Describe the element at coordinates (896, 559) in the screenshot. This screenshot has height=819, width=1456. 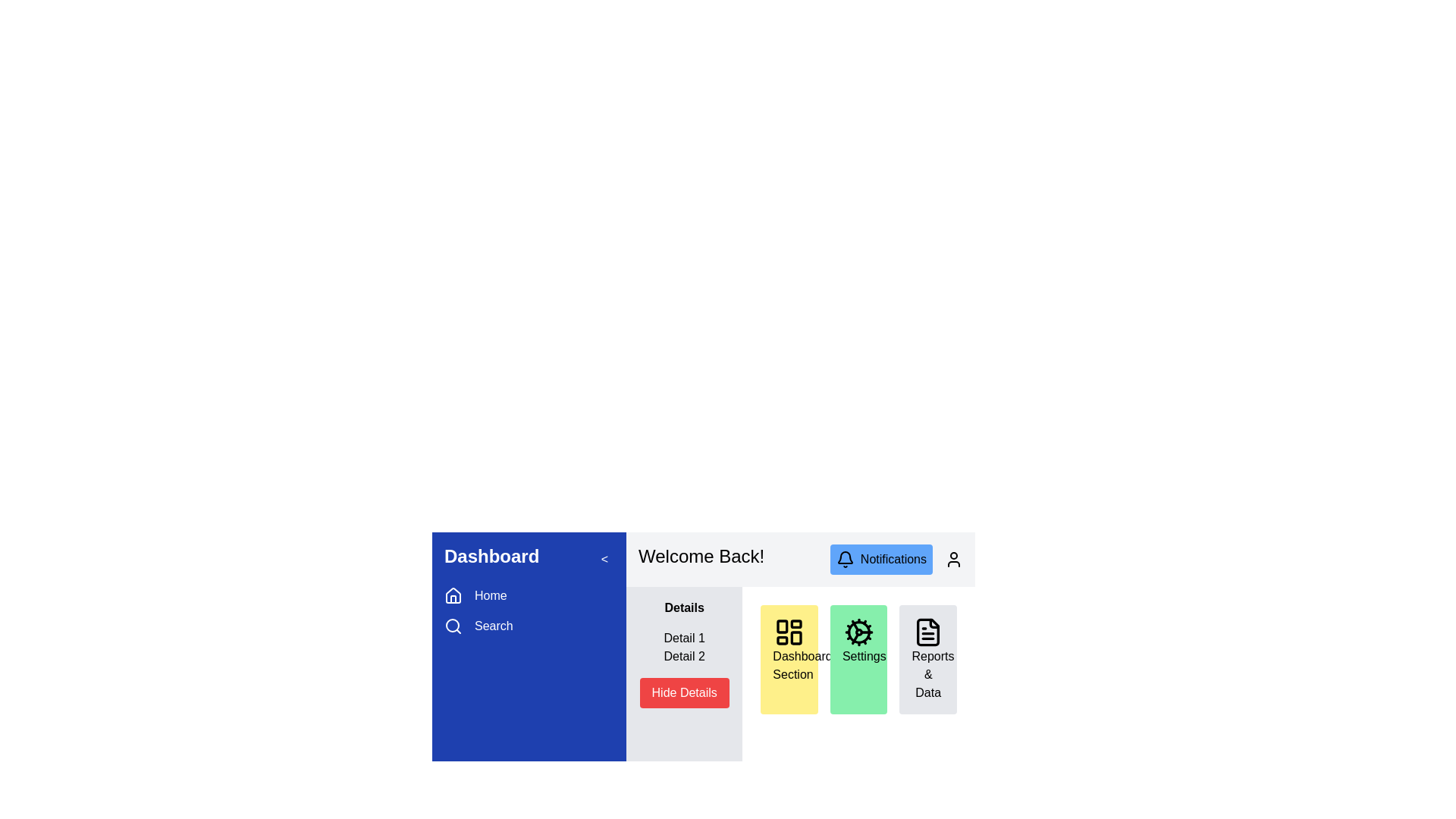
I see `the notification button located to the right of the 'Welcome Back!' text in the header section` at that location.